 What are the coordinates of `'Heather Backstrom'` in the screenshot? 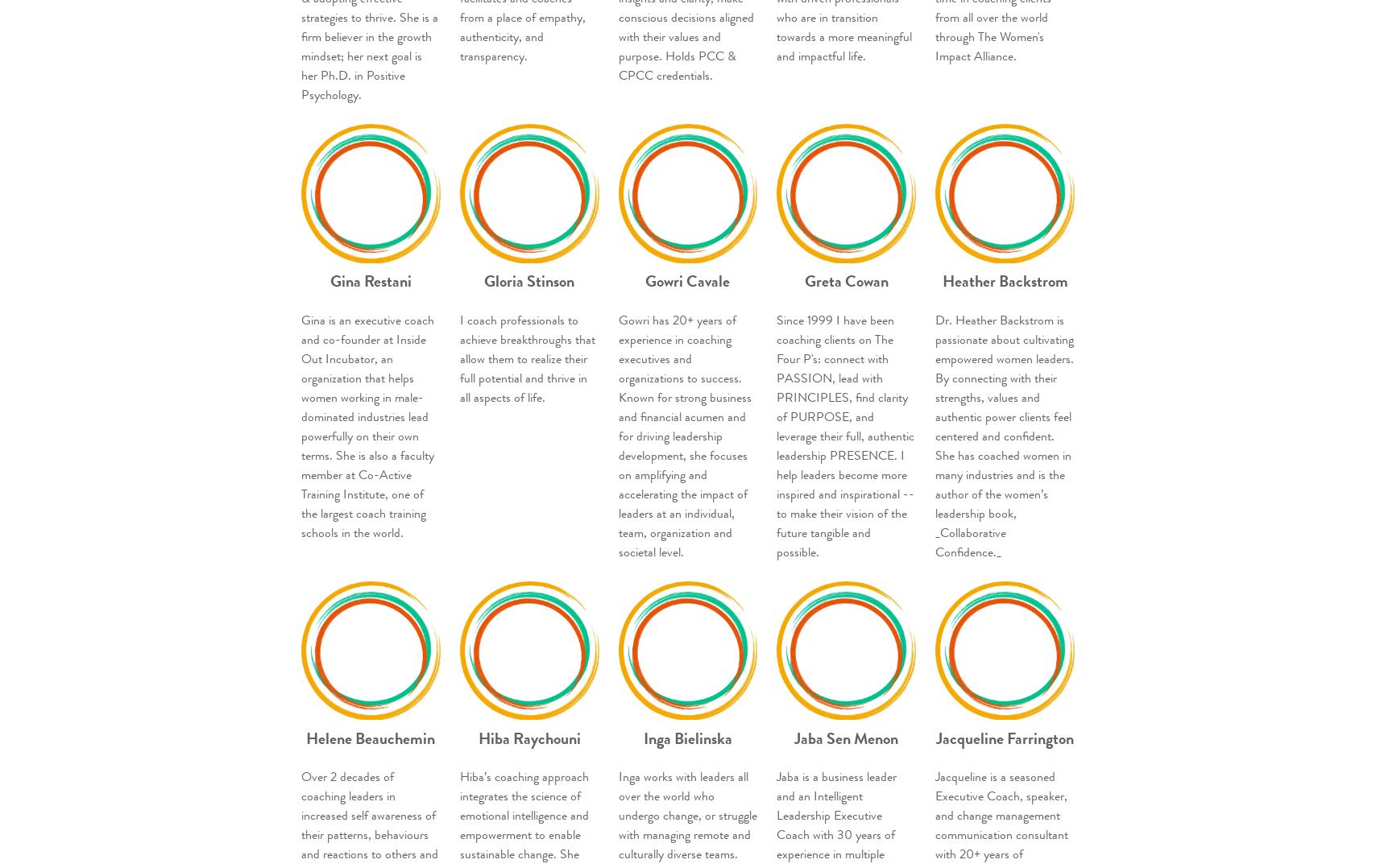 It's located at (941, 281).